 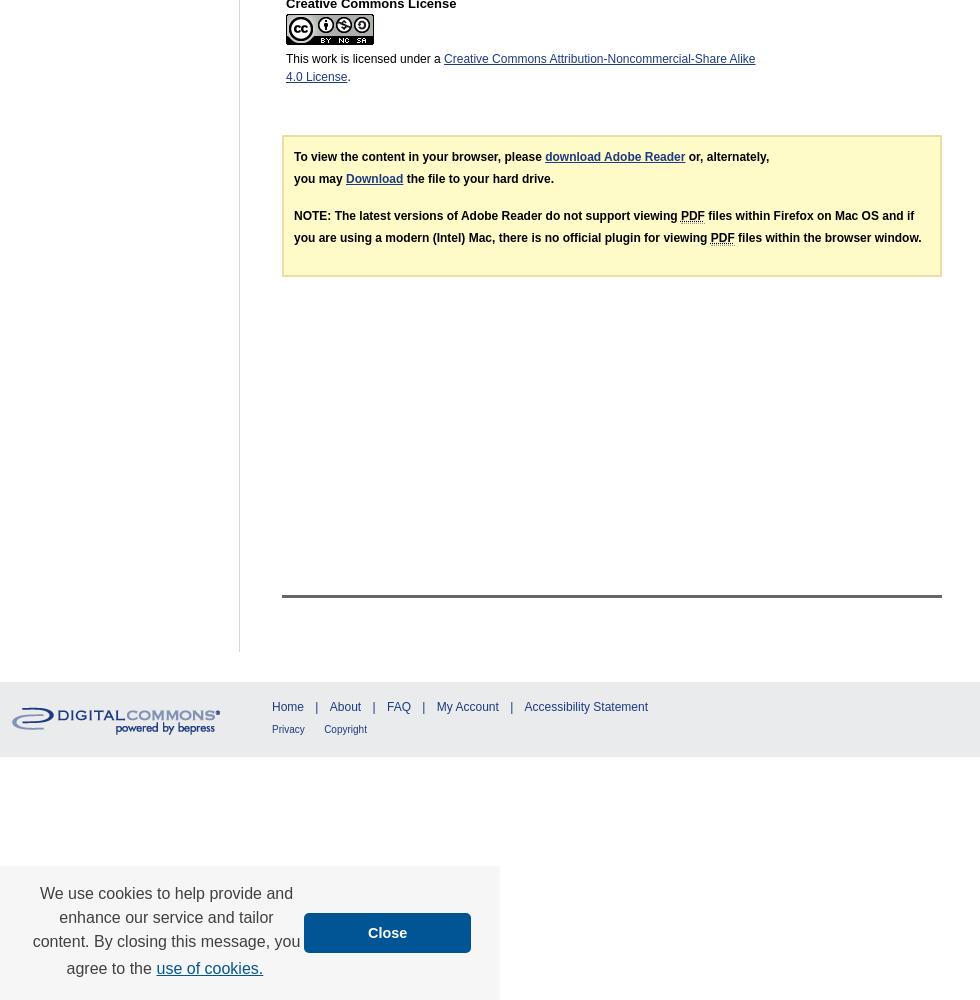 What do you see at coordinates (319, 178) in the screenshot?
I see `'you may'` at bounding box center [319, 178].